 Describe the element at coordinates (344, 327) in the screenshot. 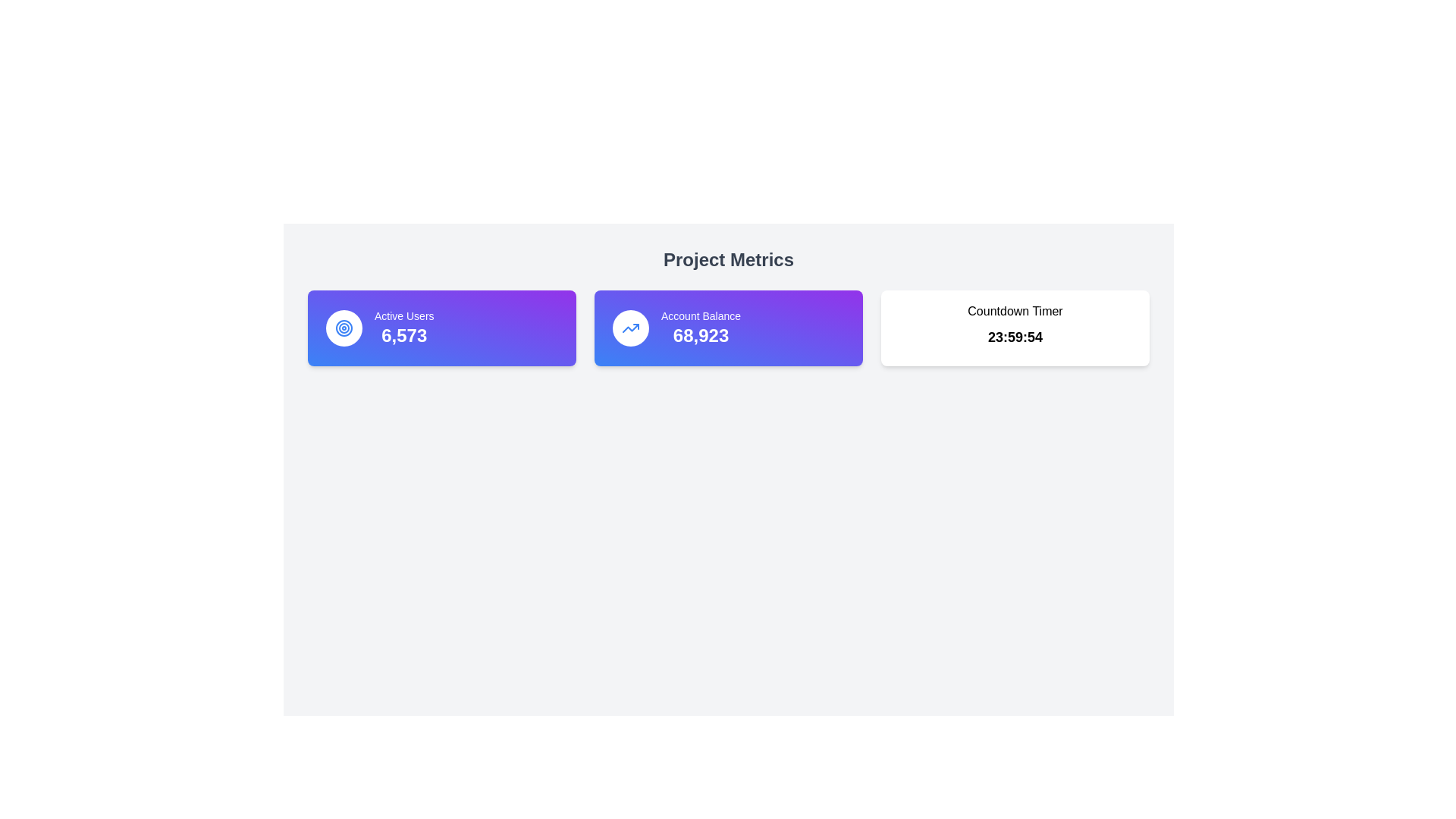

I see `the decorative icon representing 'Active Users' located in the top left corner of the card displaying 'Active Users' and '6,573'` at that location.